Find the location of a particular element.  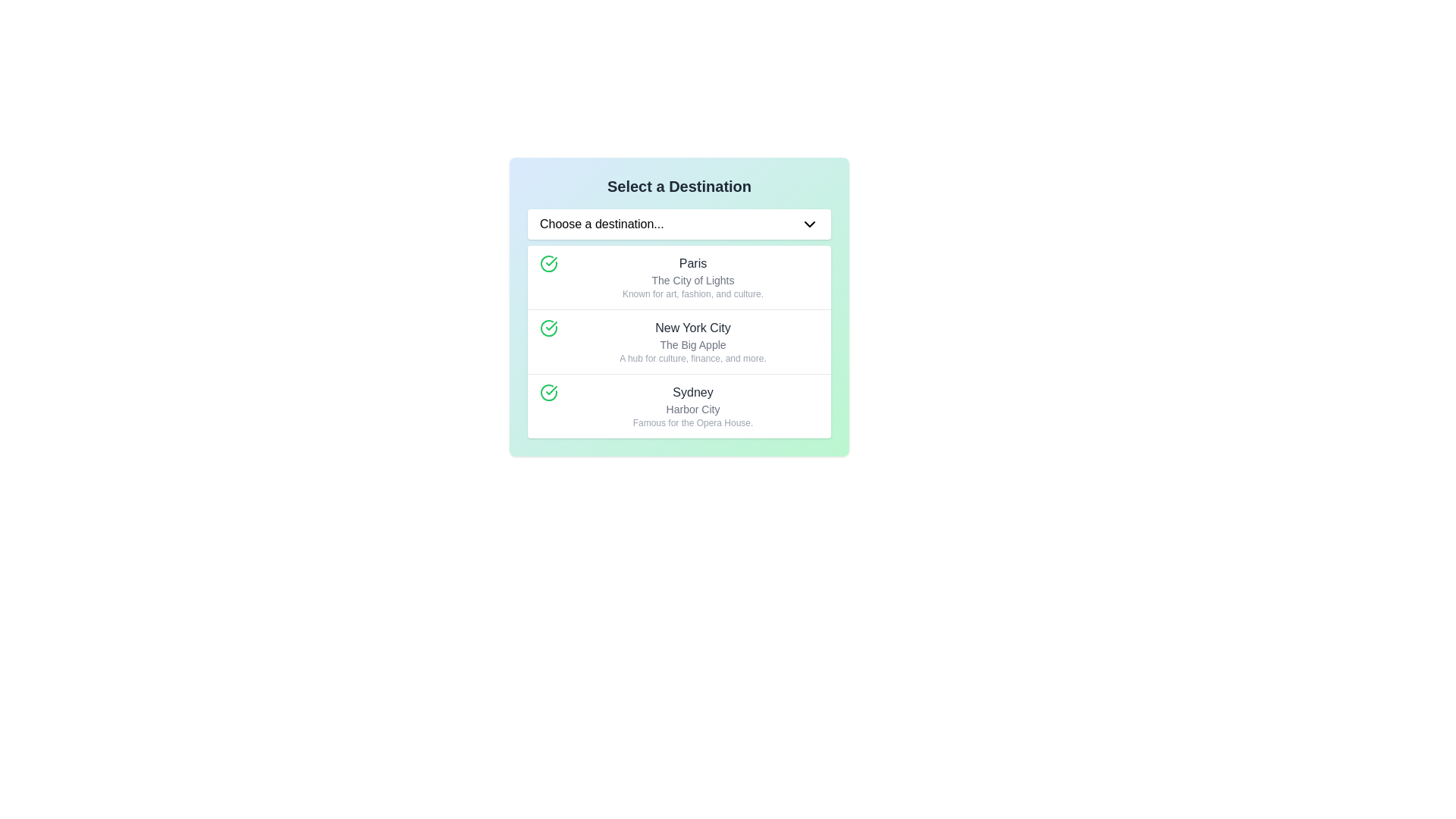

the second item in the destination selection list is located at coordinates (679, 341).